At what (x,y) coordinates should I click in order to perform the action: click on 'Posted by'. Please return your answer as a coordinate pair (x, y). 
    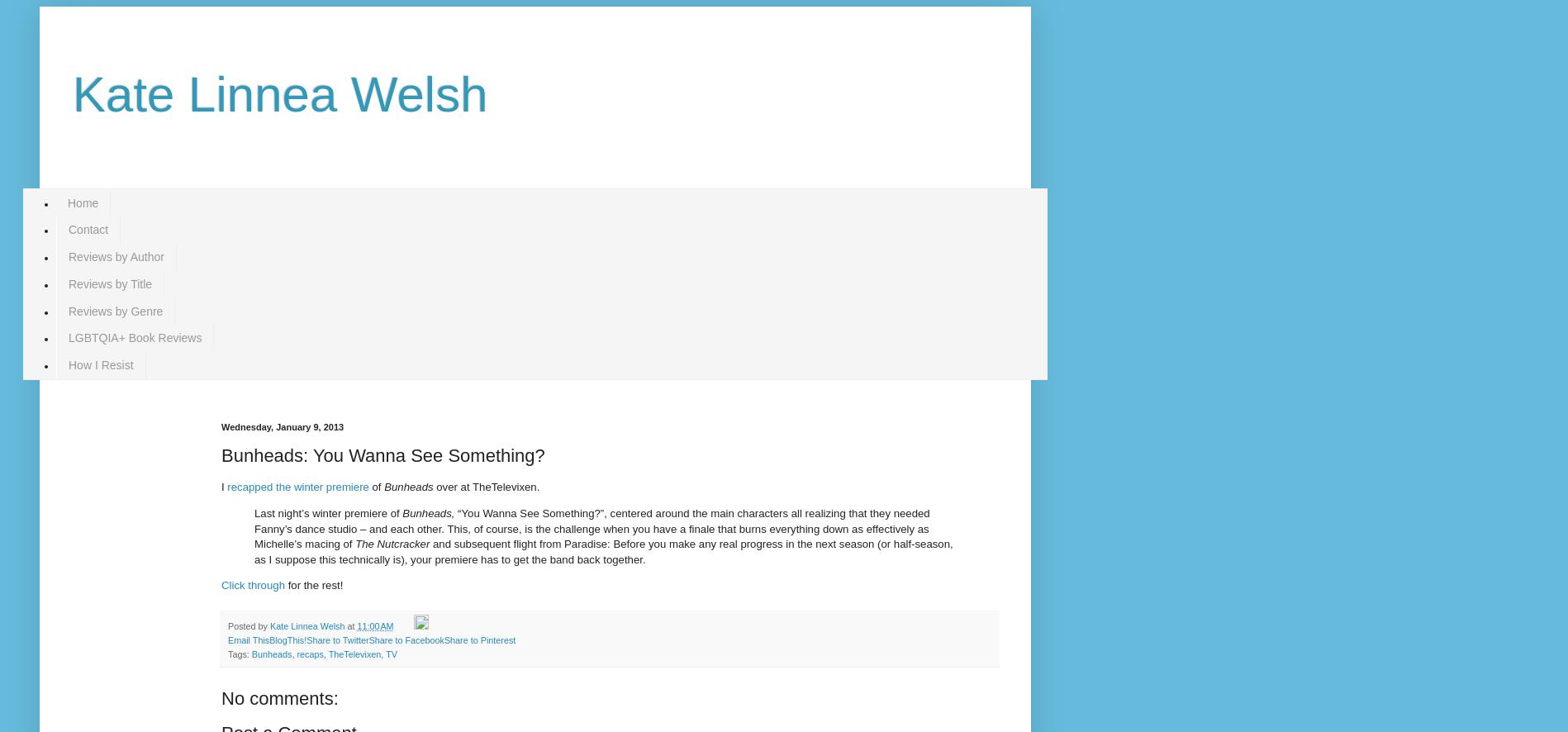
    Looking at the image, I should click on (248, 624).